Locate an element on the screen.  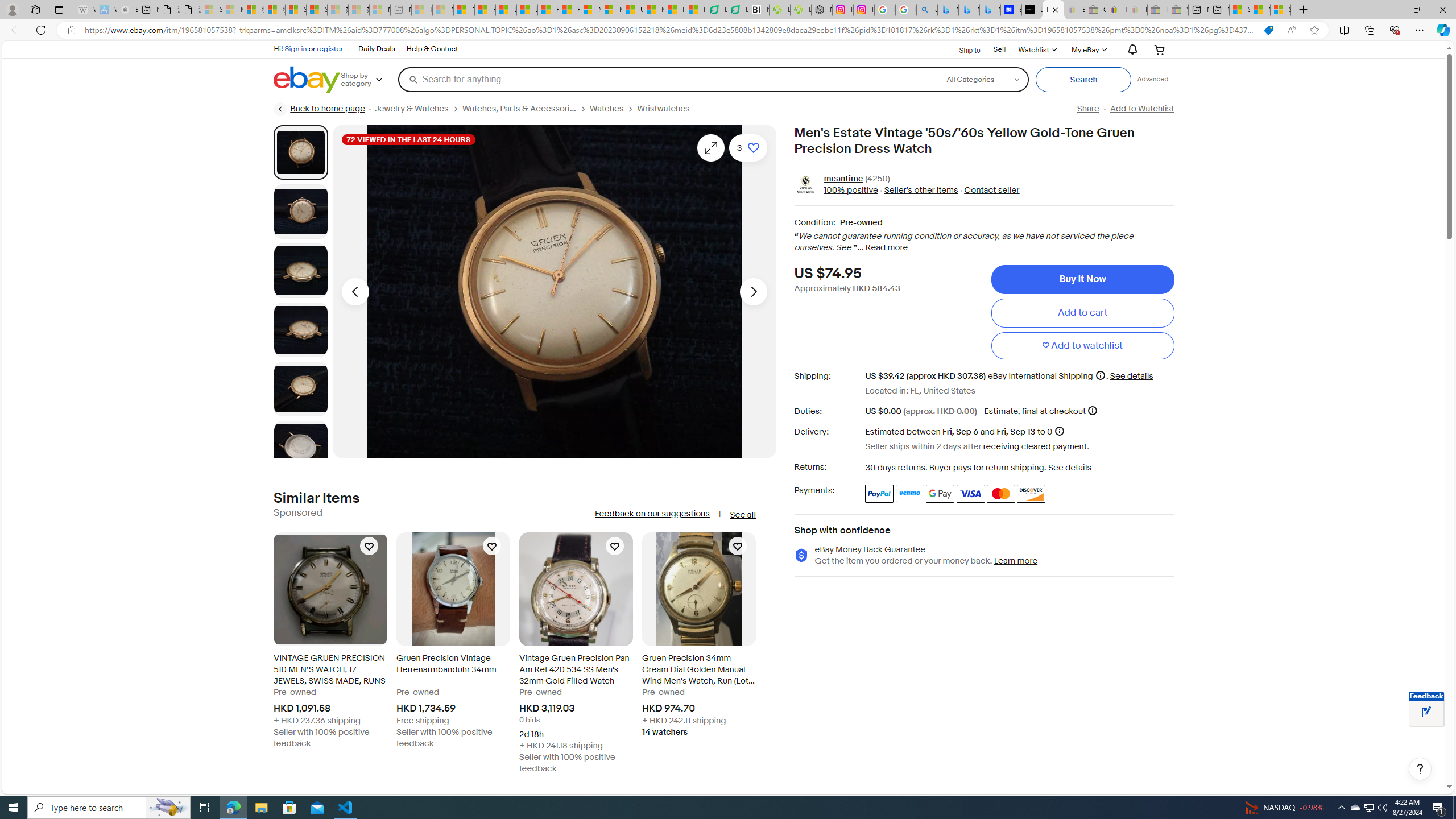
'Picture 5 of 8' is located at coordinates (300, 388).